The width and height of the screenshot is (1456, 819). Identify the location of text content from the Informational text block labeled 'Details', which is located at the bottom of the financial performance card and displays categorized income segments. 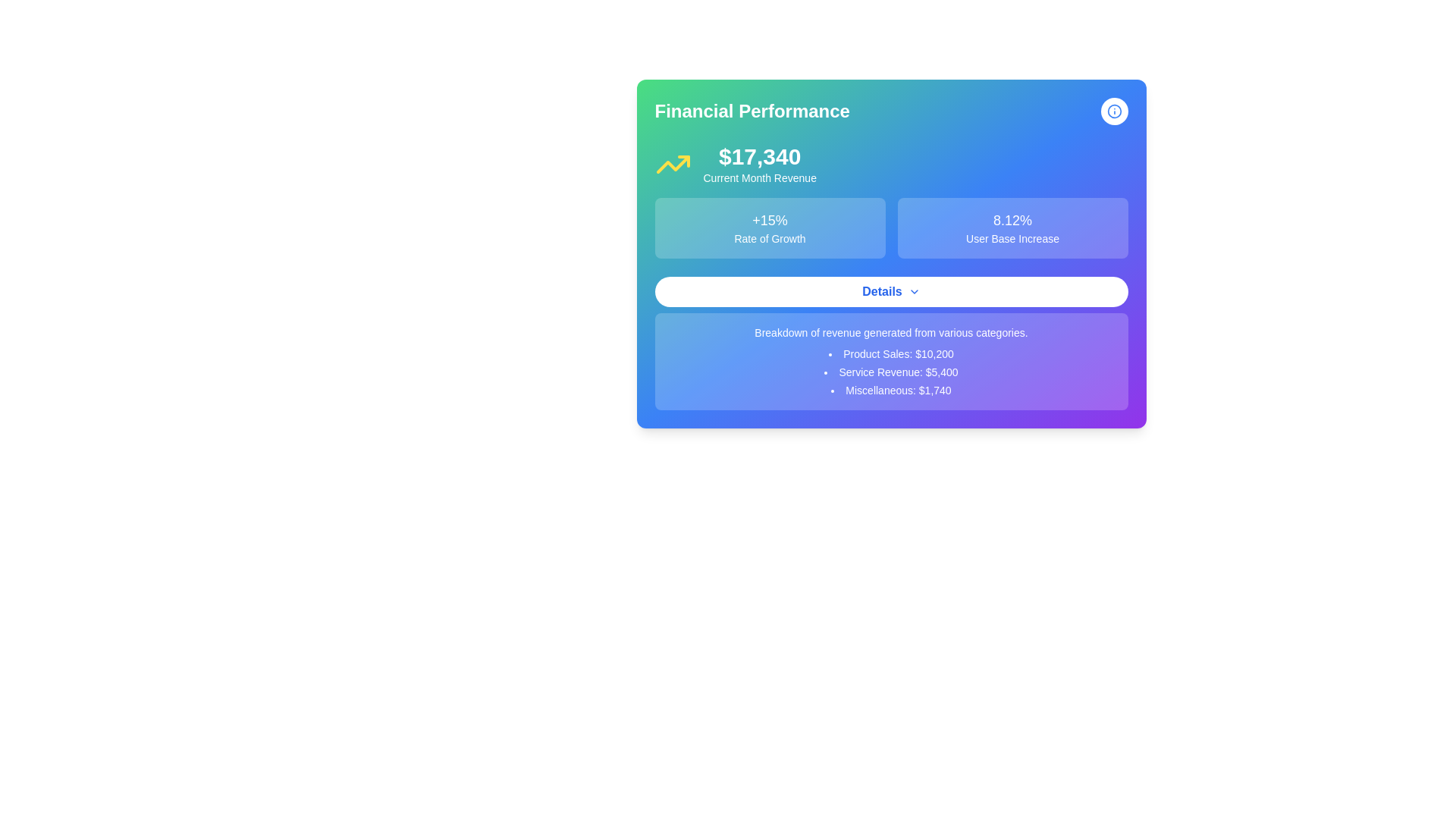
(891, 343).